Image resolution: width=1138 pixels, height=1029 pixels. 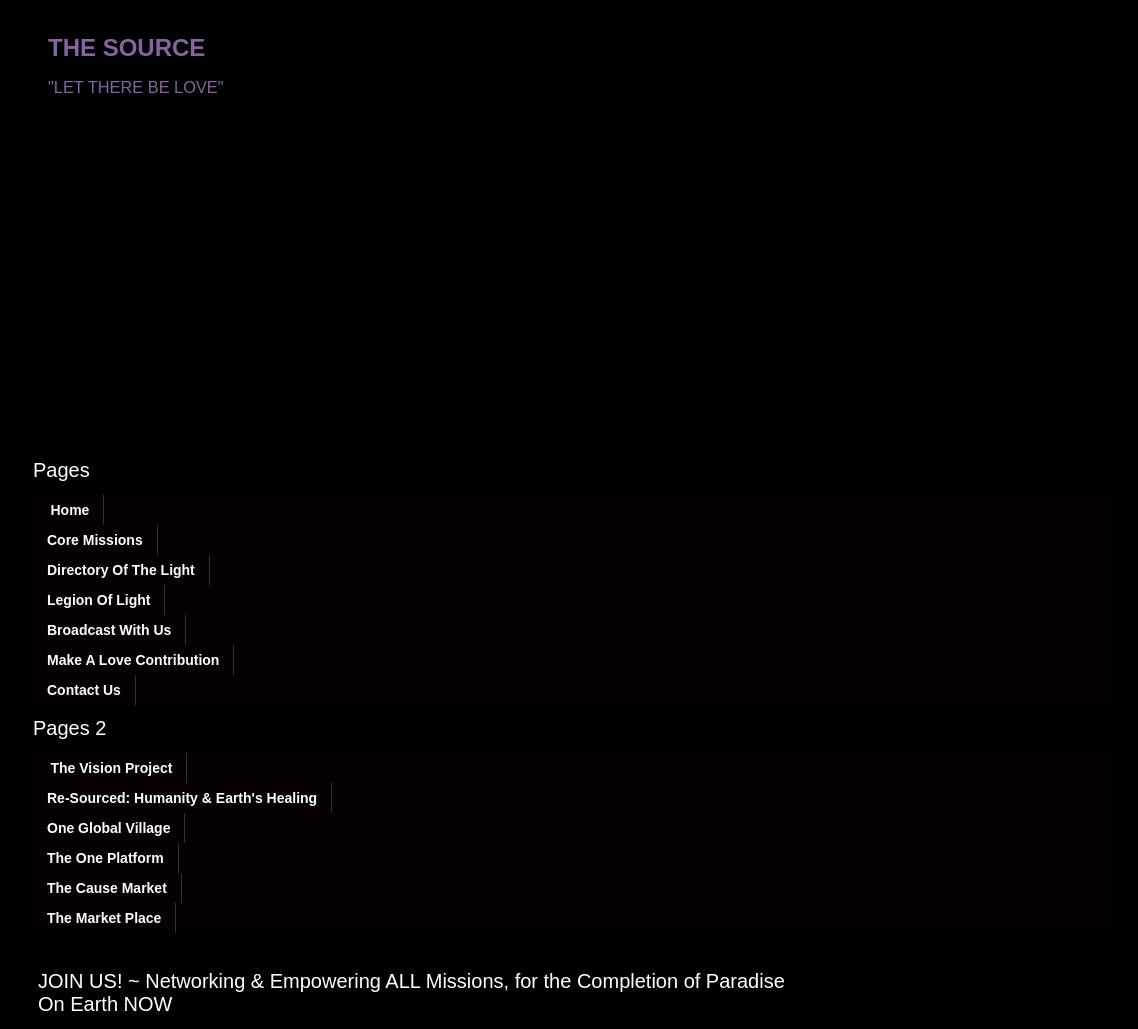 What do you see at coordinates (68, 727) in the screenshot?
I see `'Pages 2'` at bounding box center [68, 727].